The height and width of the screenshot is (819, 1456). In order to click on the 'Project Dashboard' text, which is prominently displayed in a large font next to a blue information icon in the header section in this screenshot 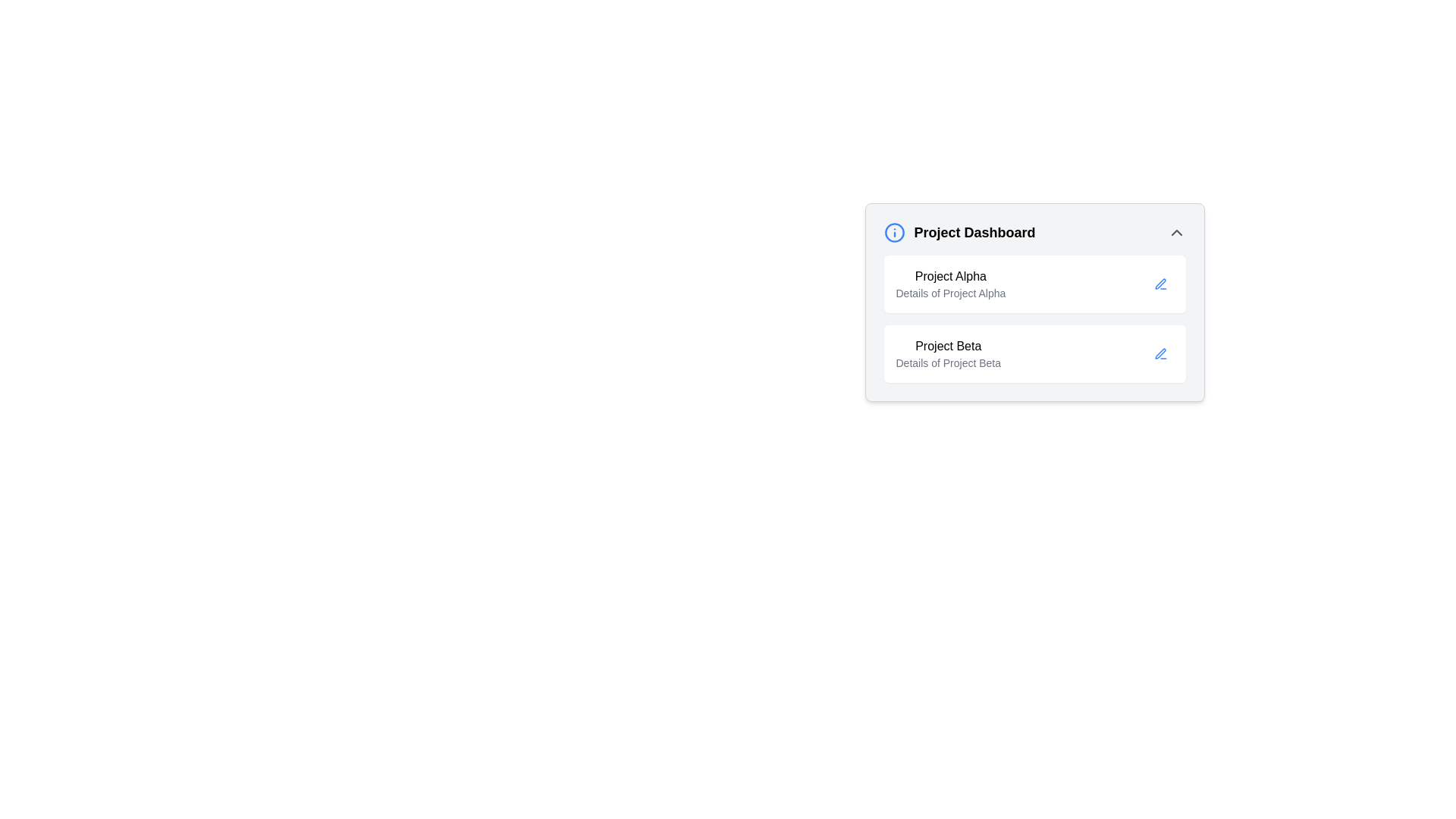, I will do `click(974, 233)`.